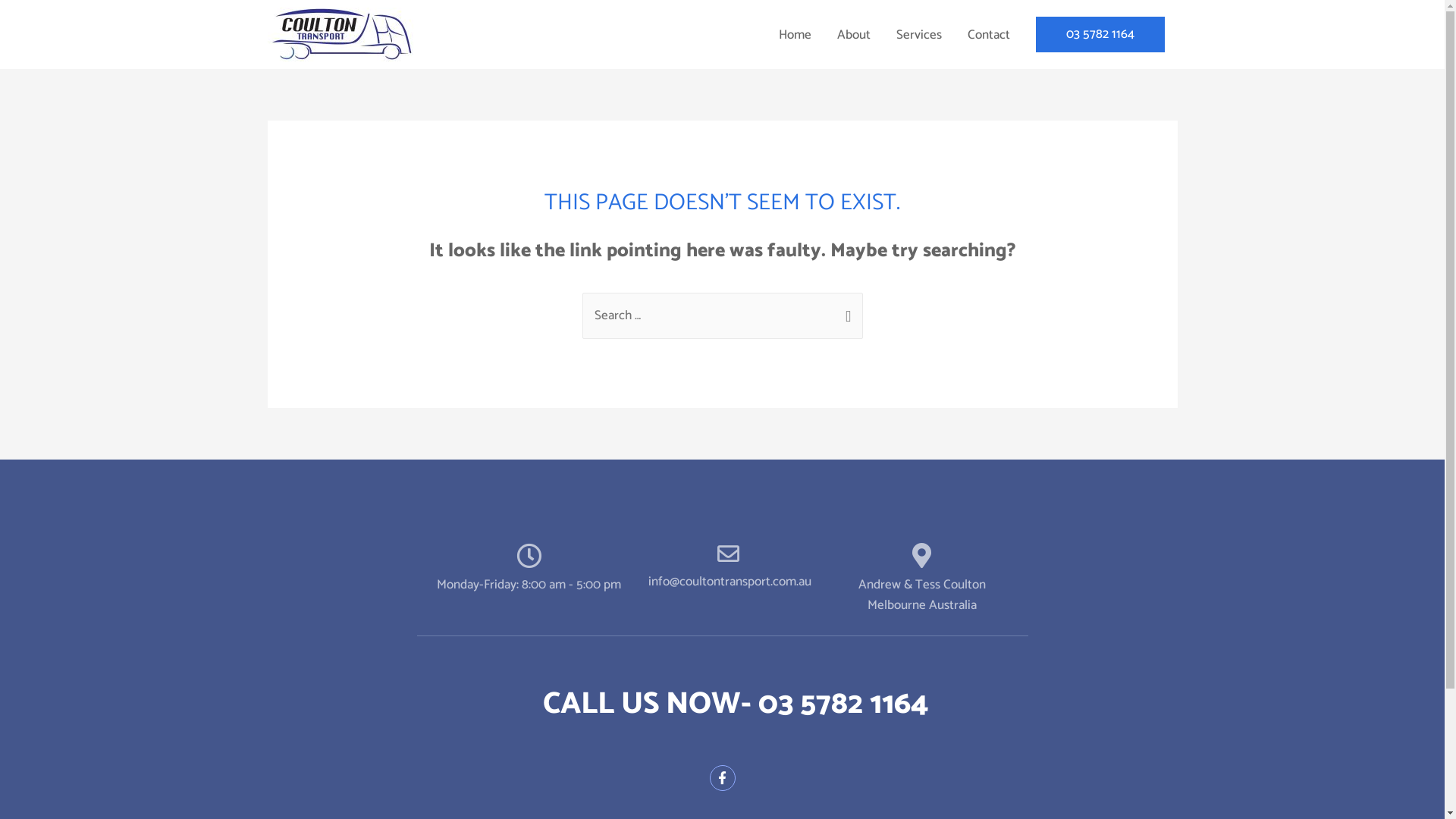  What do you see at coordinates (917, 34) in the screenshot?
I see `'Services'` at bounding box center [917, 34].